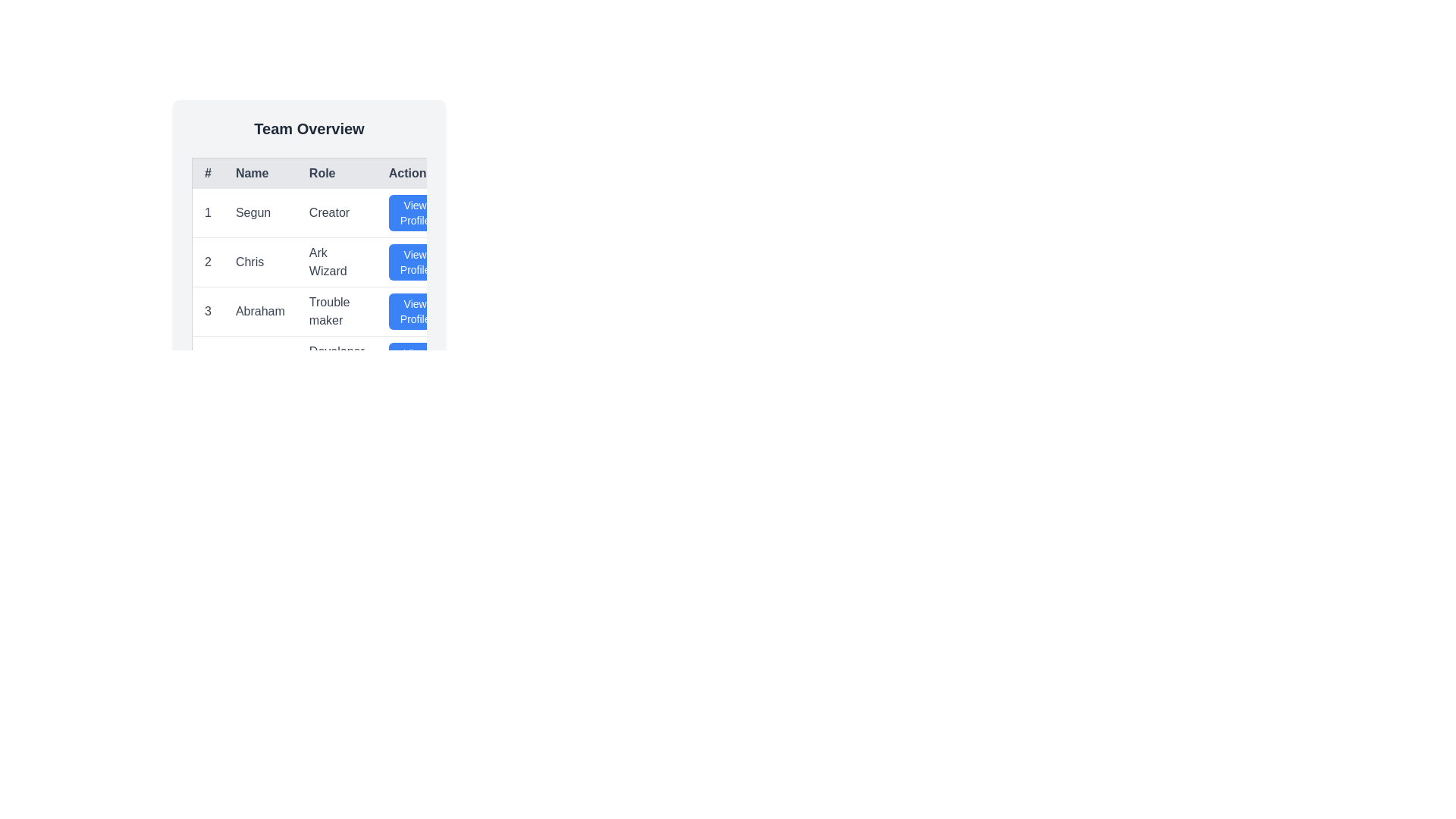  I want to click on the text label displaying 'Ark Wizard' in the table under the 'Role' column corresponding to 'Chris' in the 'Name' column, so click(336, 262).